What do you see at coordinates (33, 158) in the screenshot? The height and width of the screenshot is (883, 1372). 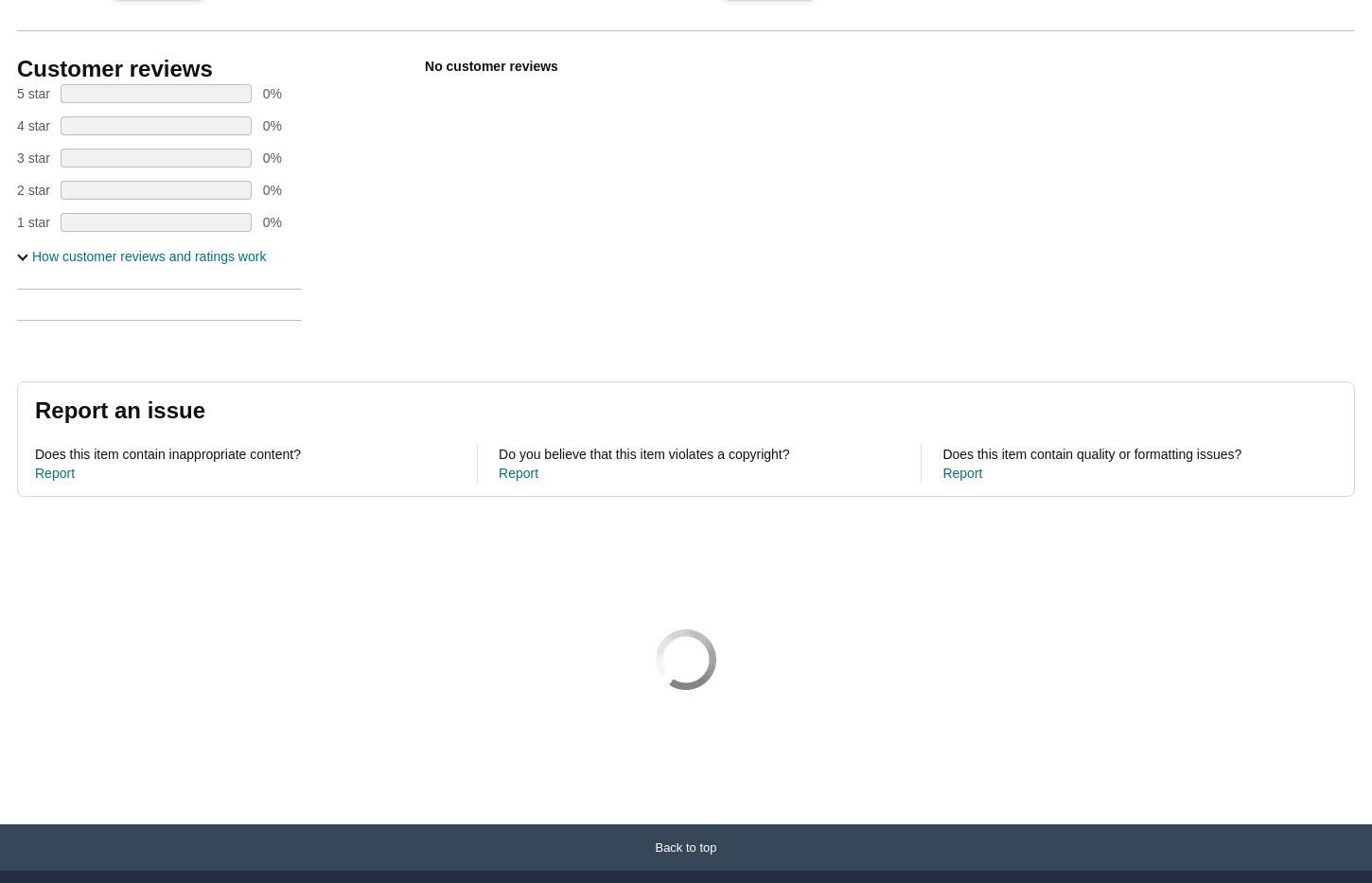 I see `'3 star'` at bounding box center [33, 158].